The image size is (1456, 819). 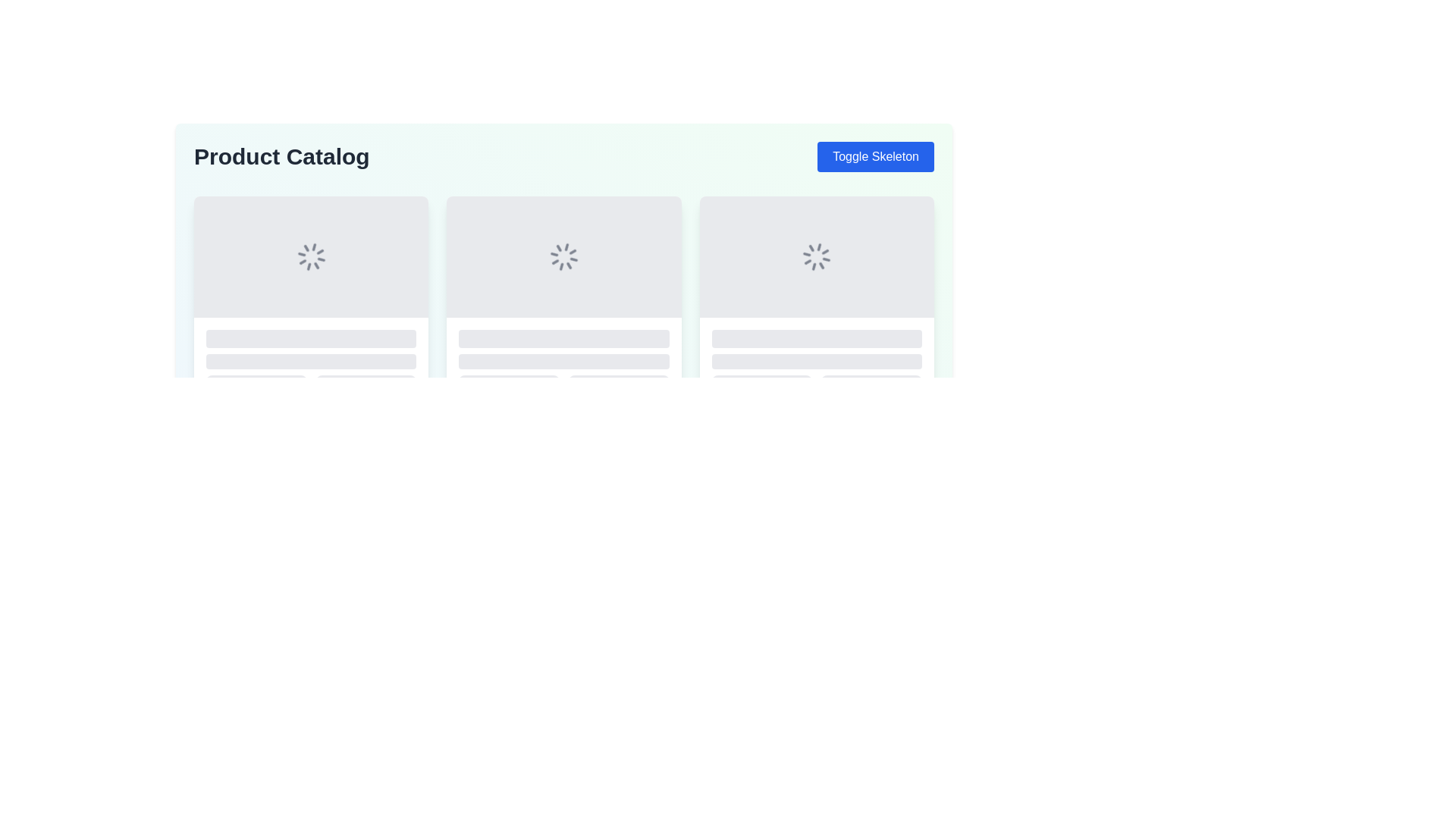 I want to click on the loading placeholder or skeleton UI component located at the bottom half of the middle card in a row of three, which visually indicates loading with animated gray bars, so click(x=563, y=359).